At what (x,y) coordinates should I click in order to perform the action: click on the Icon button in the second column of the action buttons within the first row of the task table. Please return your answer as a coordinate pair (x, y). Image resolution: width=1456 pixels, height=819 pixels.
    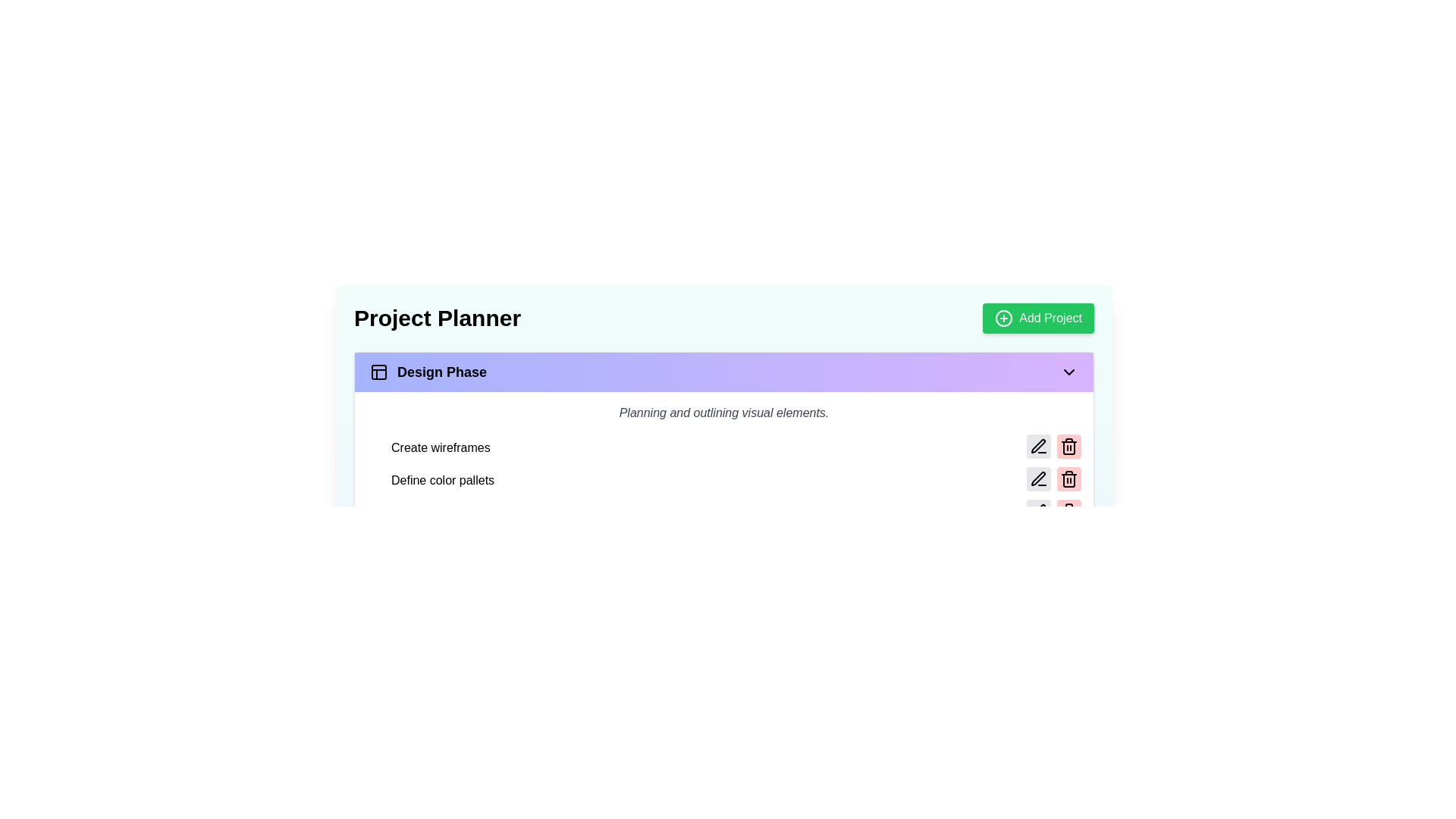
    Looking at the image, I should click on (1037, 511).